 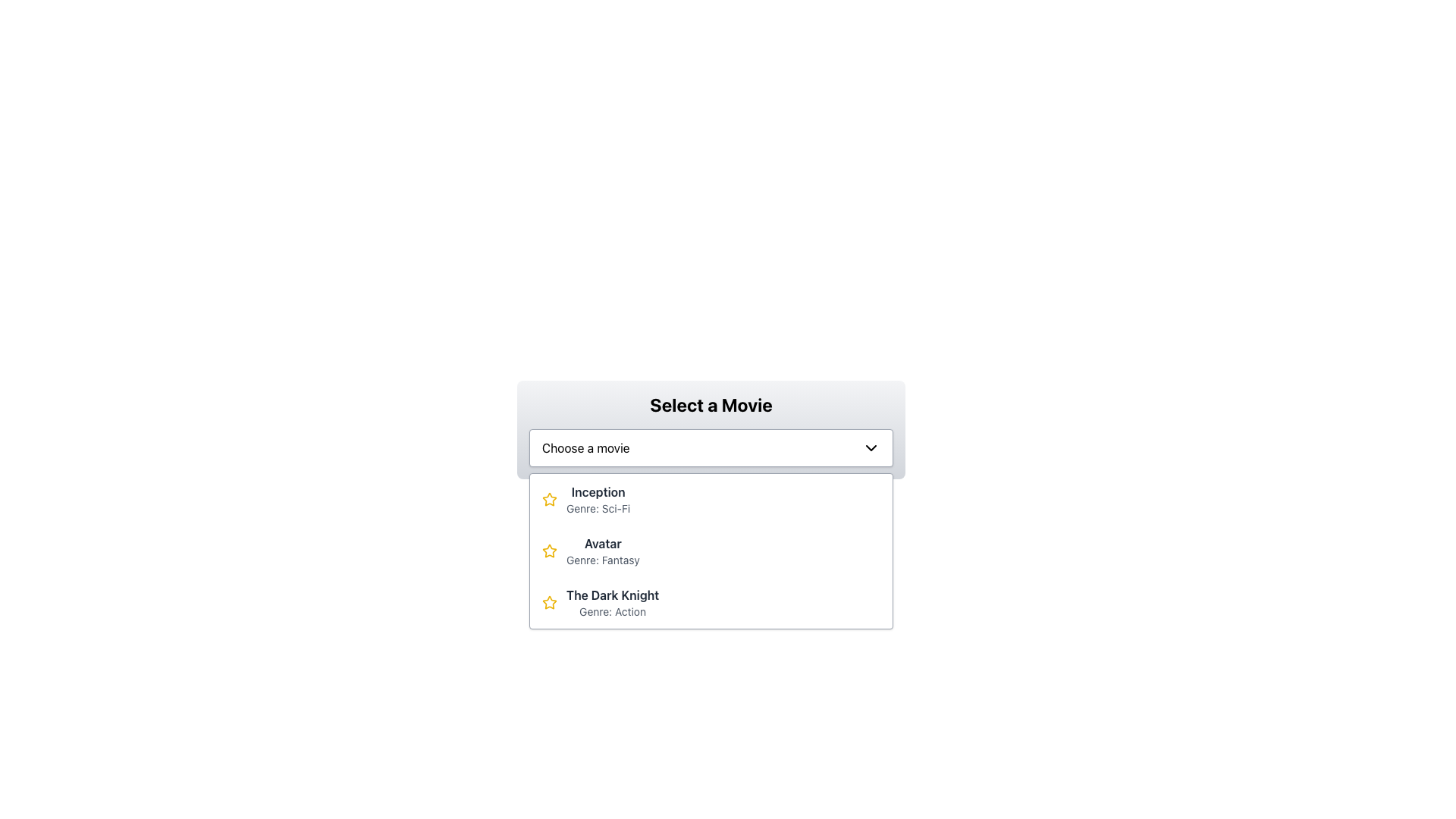 I want to click on the second item in the interactive dropdown list, titled 'Avatar - Genre: Fantasy', so click(x=710, y=551).